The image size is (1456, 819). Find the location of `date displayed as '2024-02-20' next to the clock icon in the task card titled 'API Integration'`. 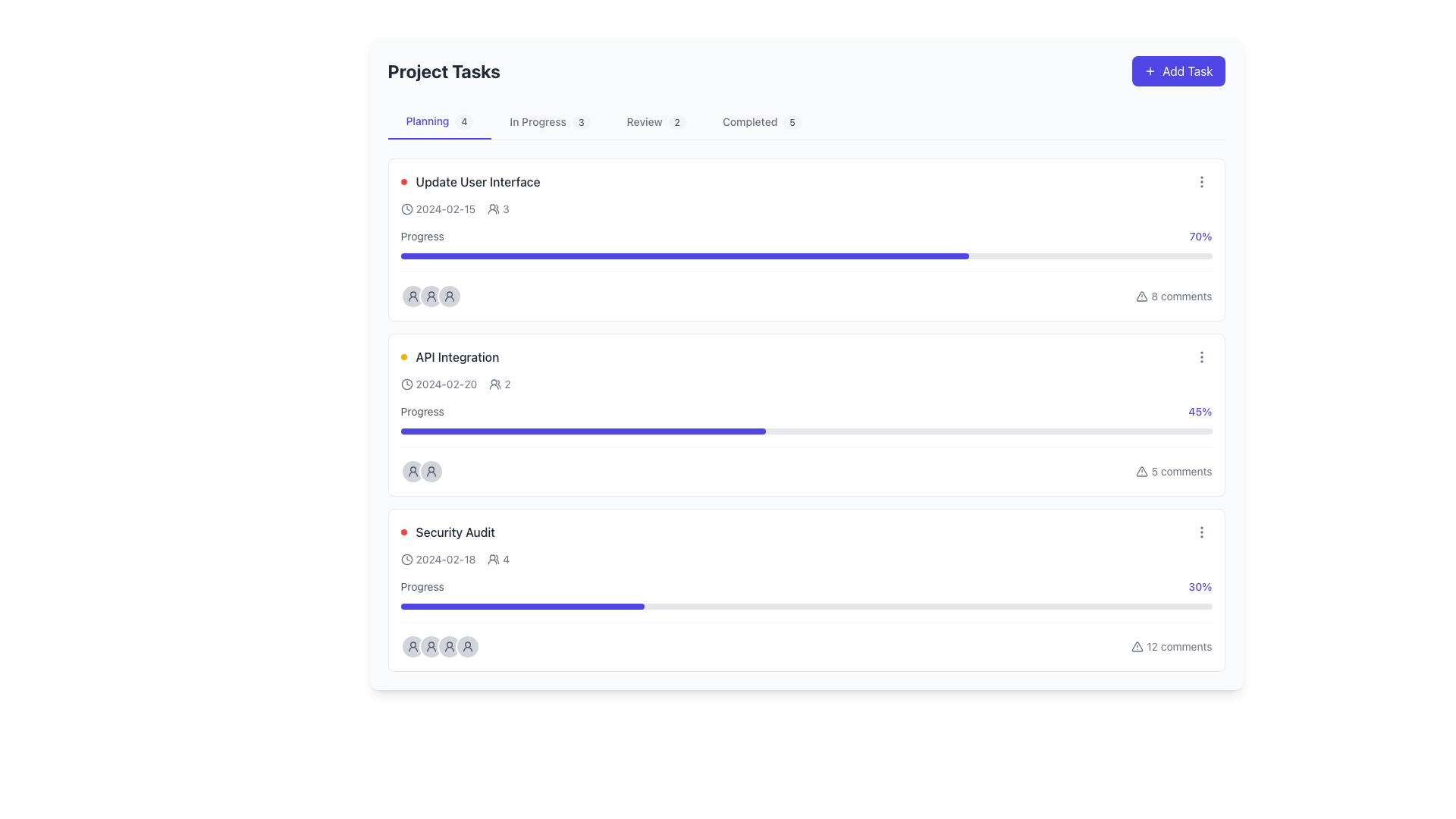

date displayed as '2024-02-20' next to the clock icon in the task card titled 'API Integration' is located at coordinates (438, 383).